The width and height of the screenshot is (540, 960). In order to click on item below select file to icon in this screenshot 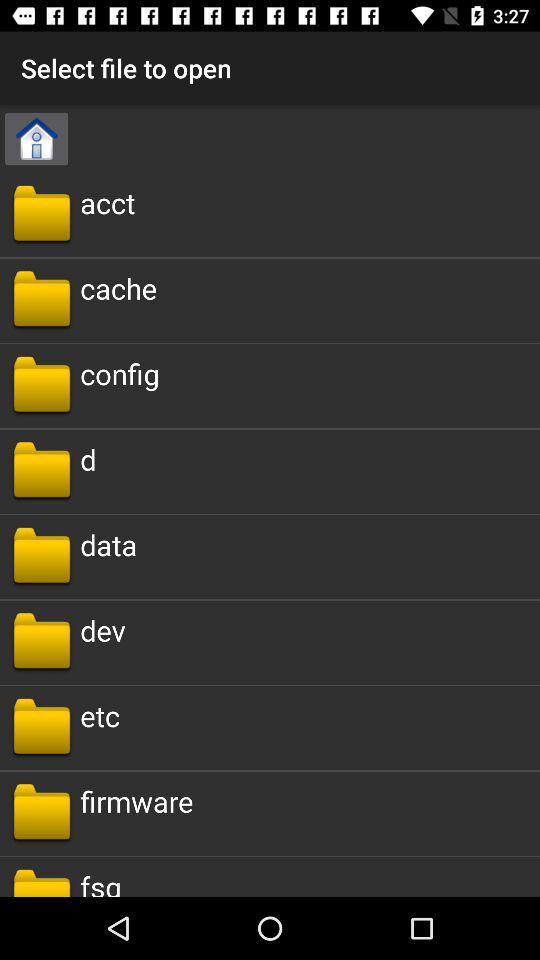, I will do `click(107, 202)`.